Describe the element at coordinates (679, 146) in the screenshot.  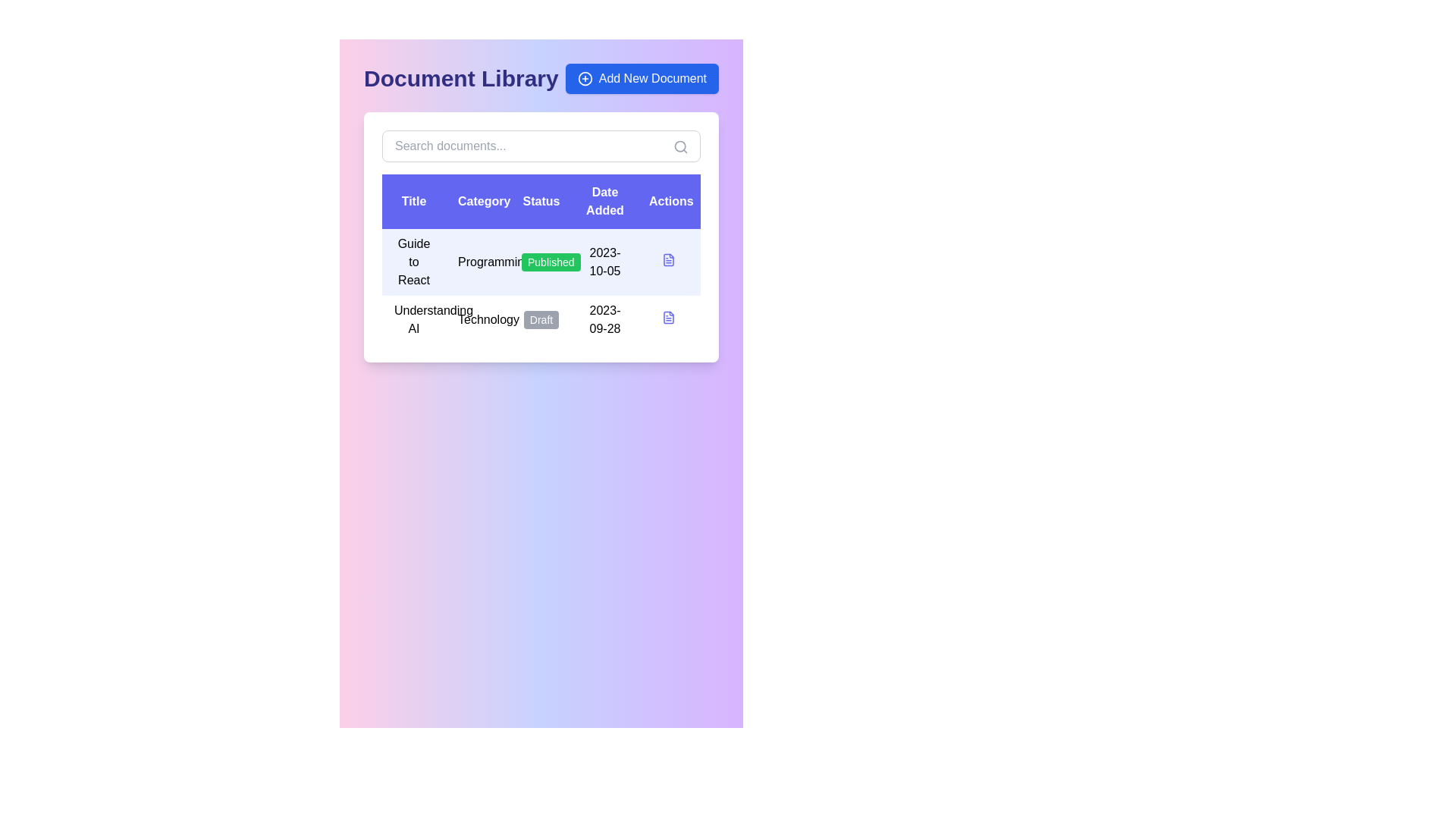
I see `the circular shape within the SVG graphic that represents the lens of the magnifying glass icon located in the upper-right corner of the search bar` at that location.